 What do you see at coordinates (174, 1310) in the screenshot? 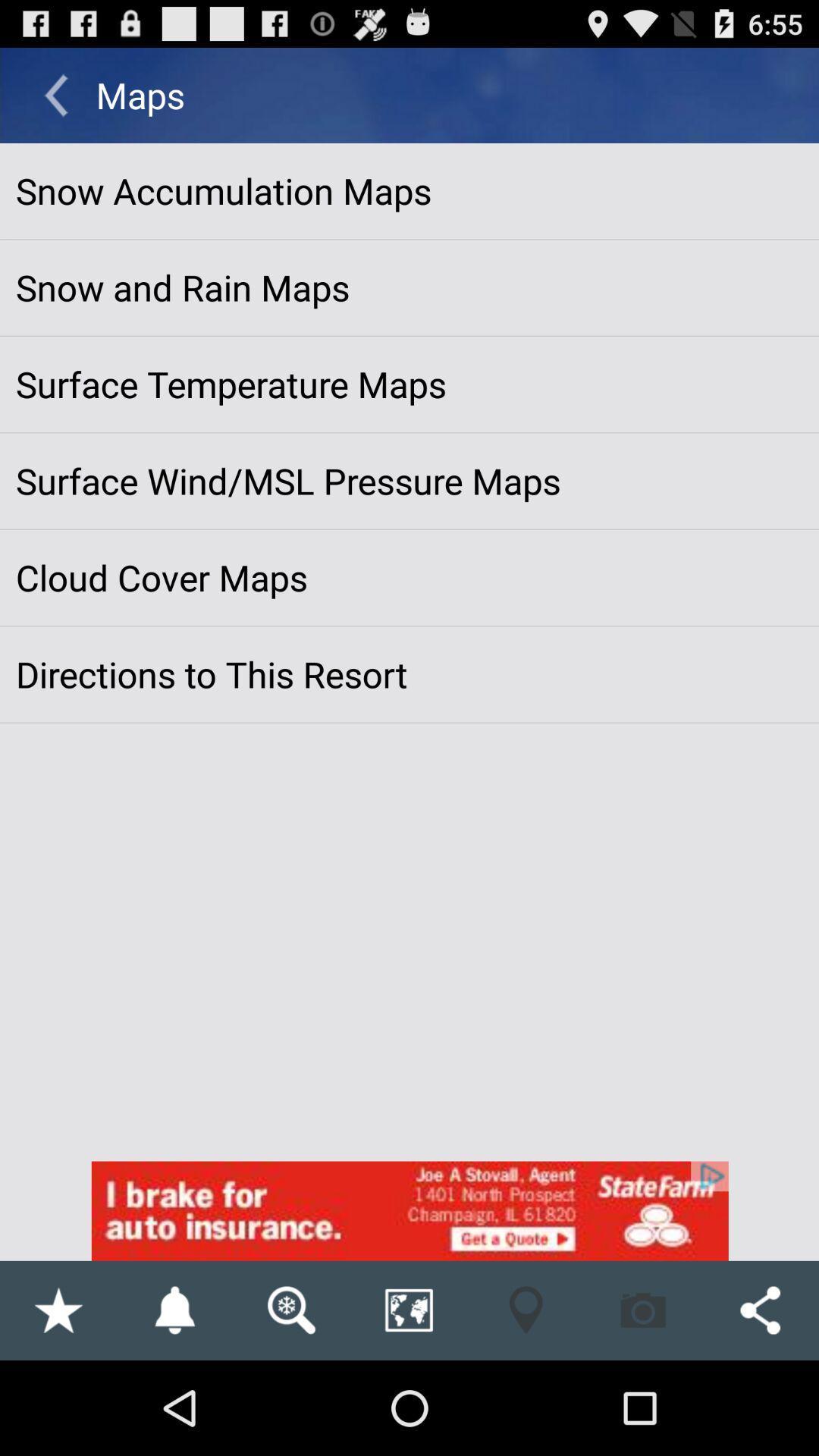
I see `show notifications` at bounding box center [174, 1310].